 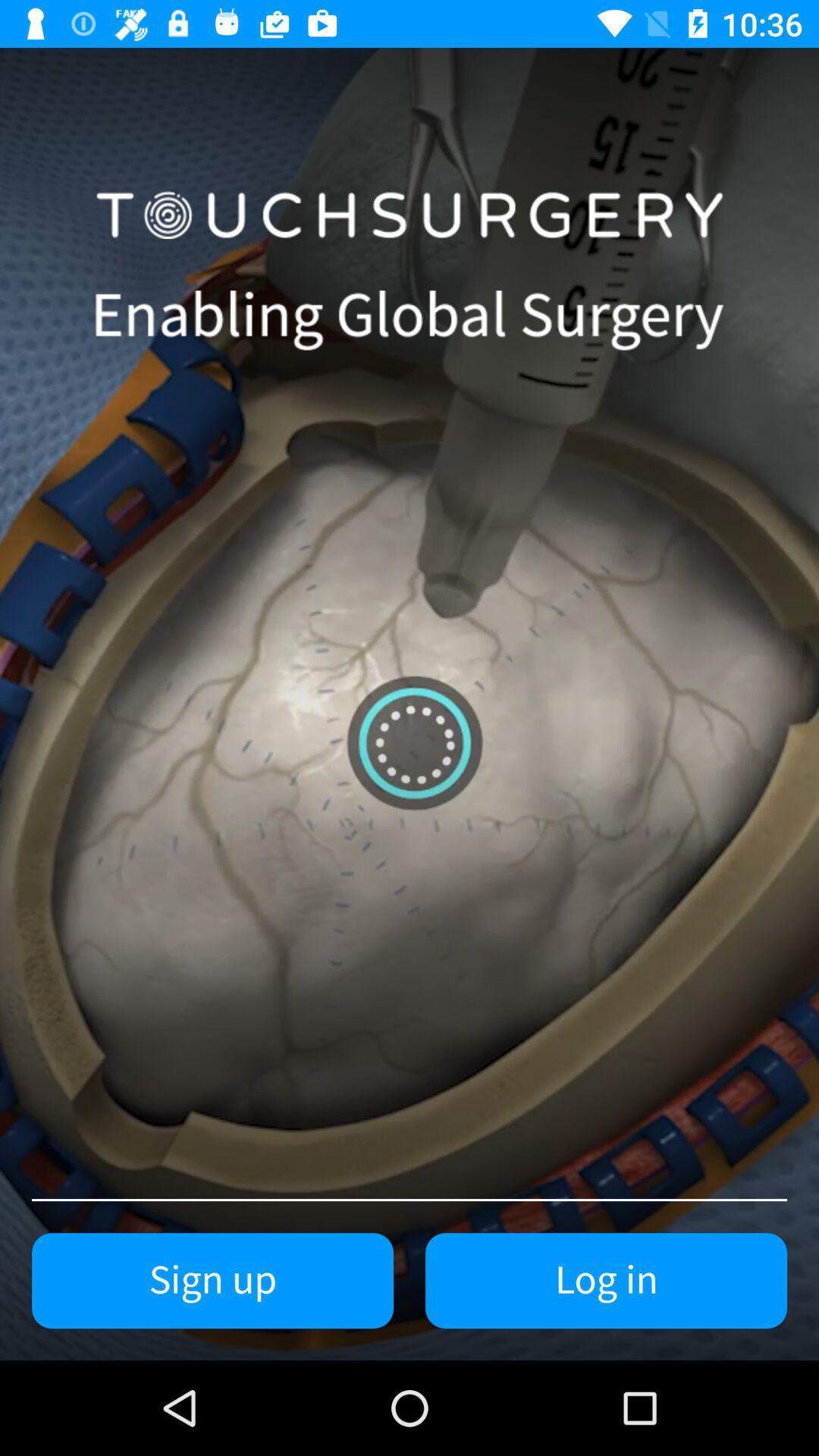 I want to click on item to the left of log in icon, so click(x=212, y=1280).